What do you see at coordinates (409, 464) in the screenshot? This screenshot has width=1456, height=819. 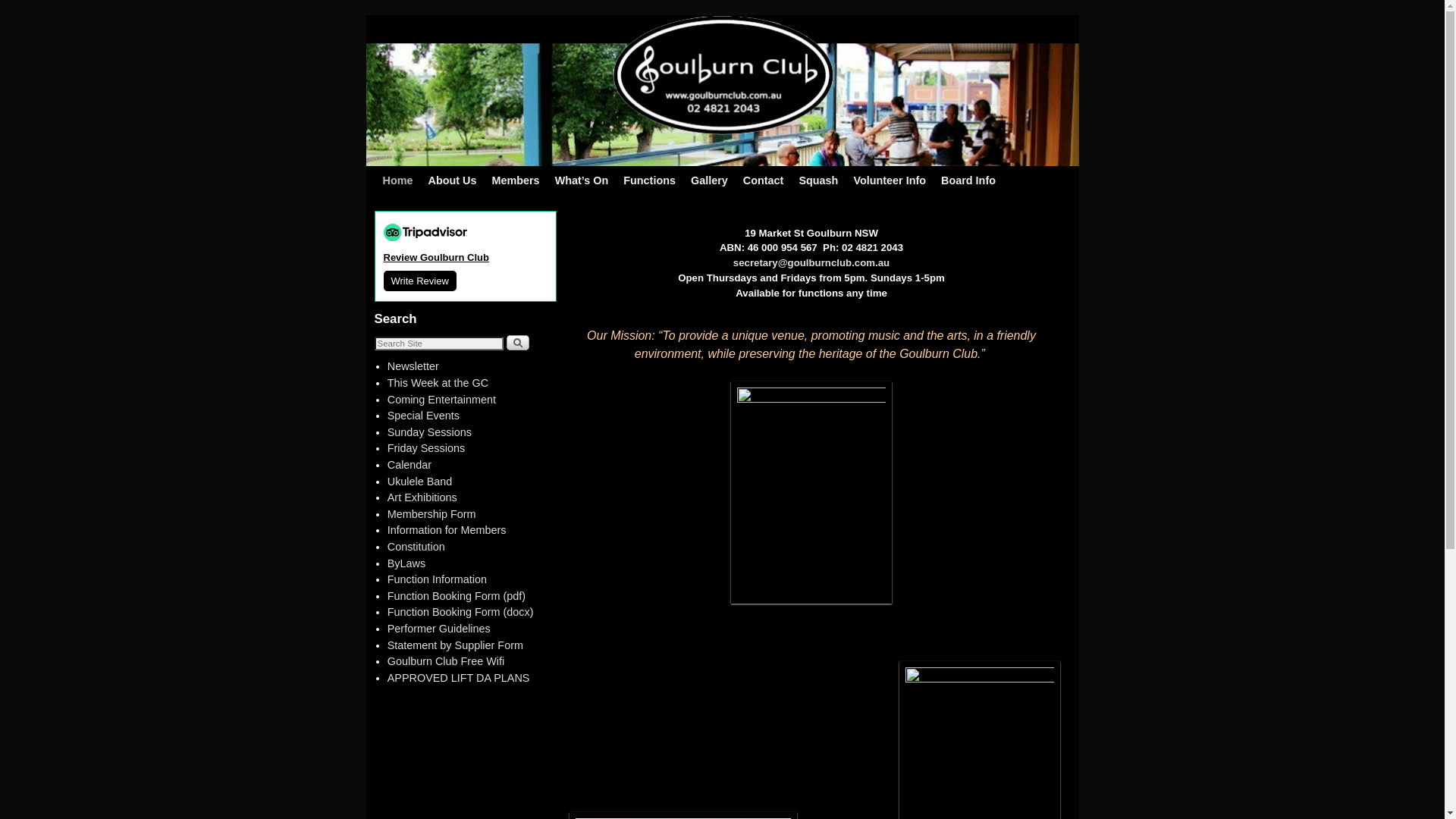 I see `'Calendar'` at bounding box center [409, 464].